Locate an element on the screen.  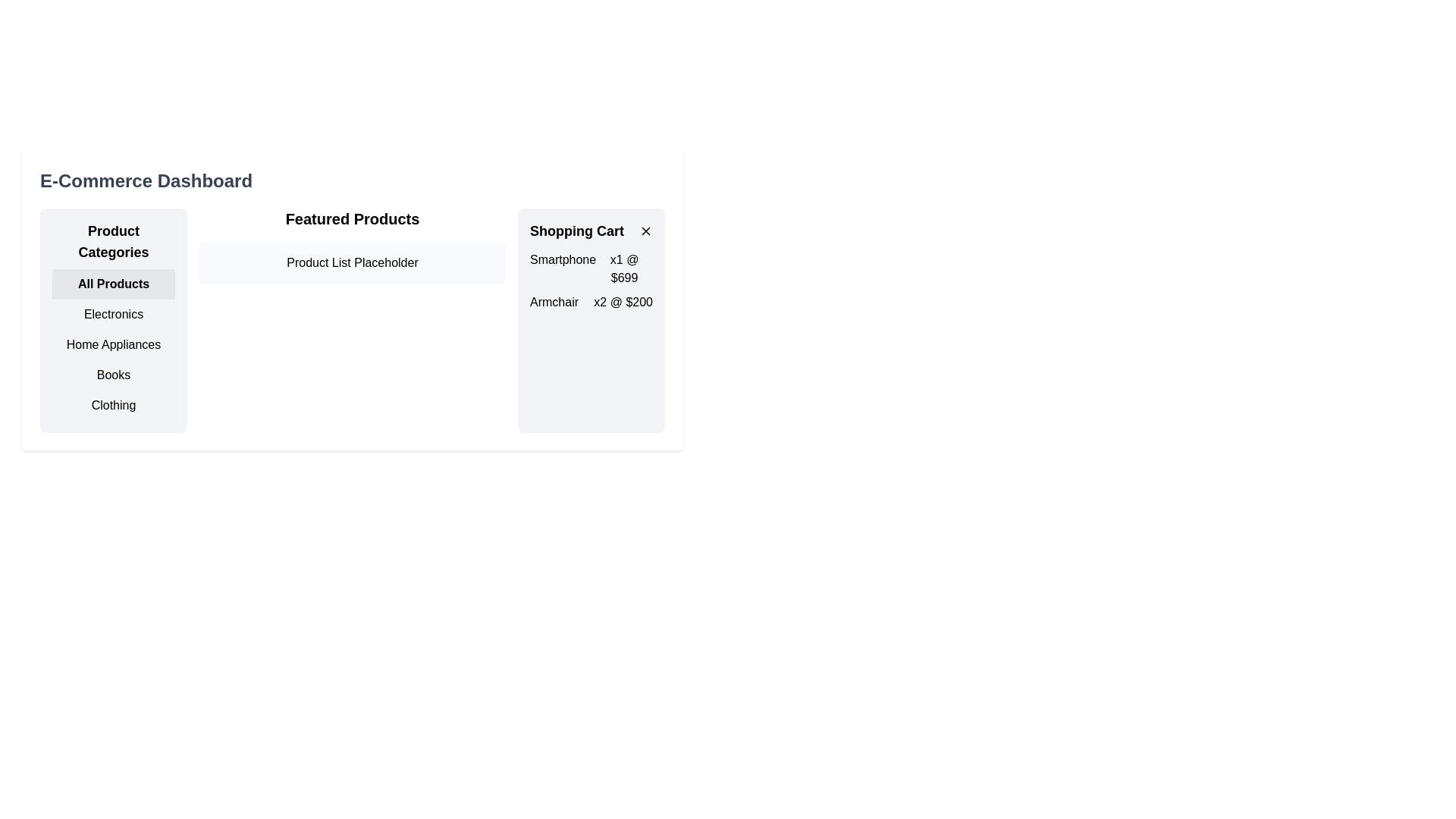
the 'Product List Placeholder' box, which has a light gray background and rounded edges, located in the 'Featured Products' section is located at coordinates (352, 262).